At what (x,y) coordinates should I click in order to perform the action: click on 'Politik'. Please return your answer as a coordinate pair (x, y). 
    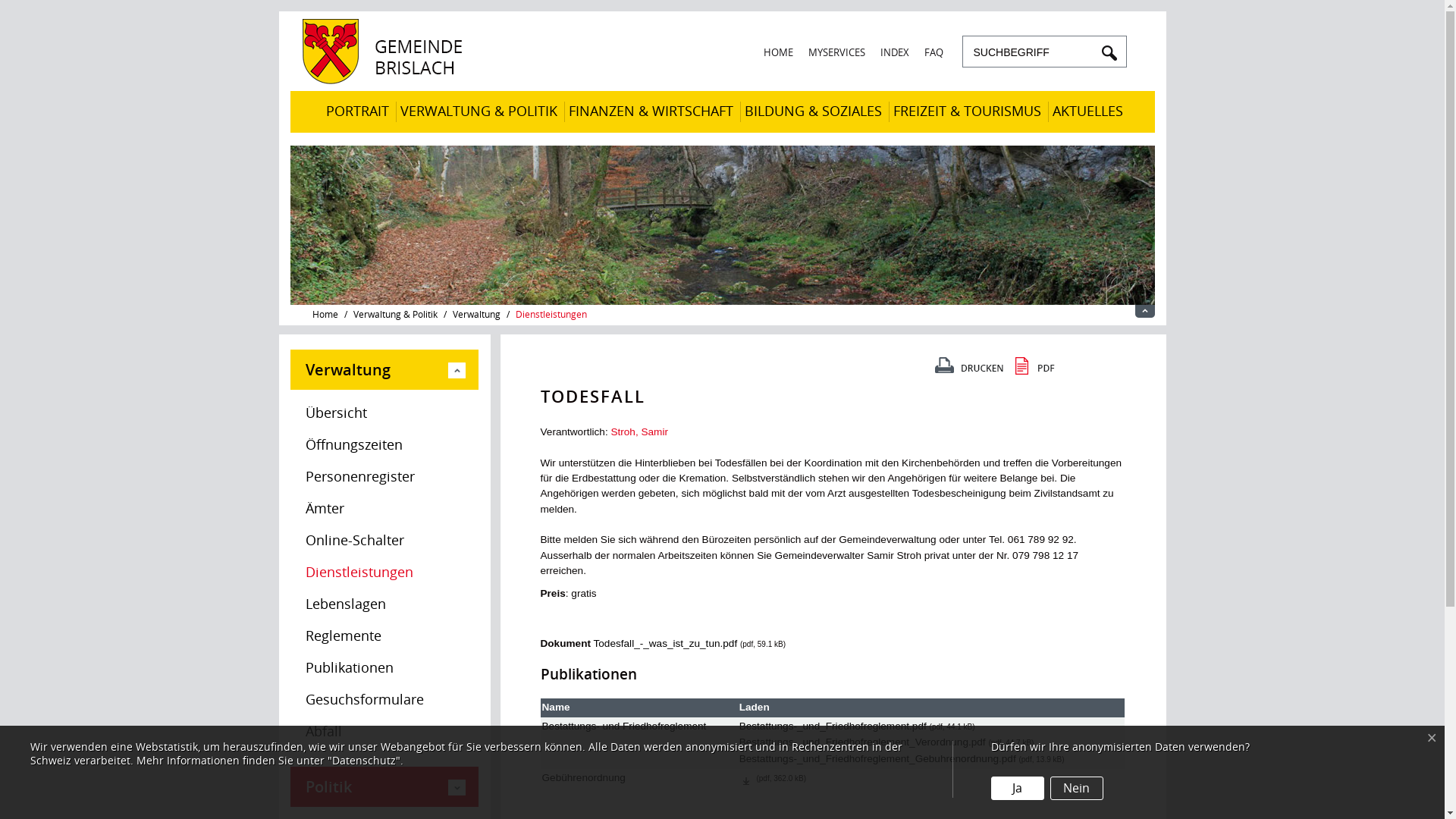
    Looking at the image, I should click on (383, 786).